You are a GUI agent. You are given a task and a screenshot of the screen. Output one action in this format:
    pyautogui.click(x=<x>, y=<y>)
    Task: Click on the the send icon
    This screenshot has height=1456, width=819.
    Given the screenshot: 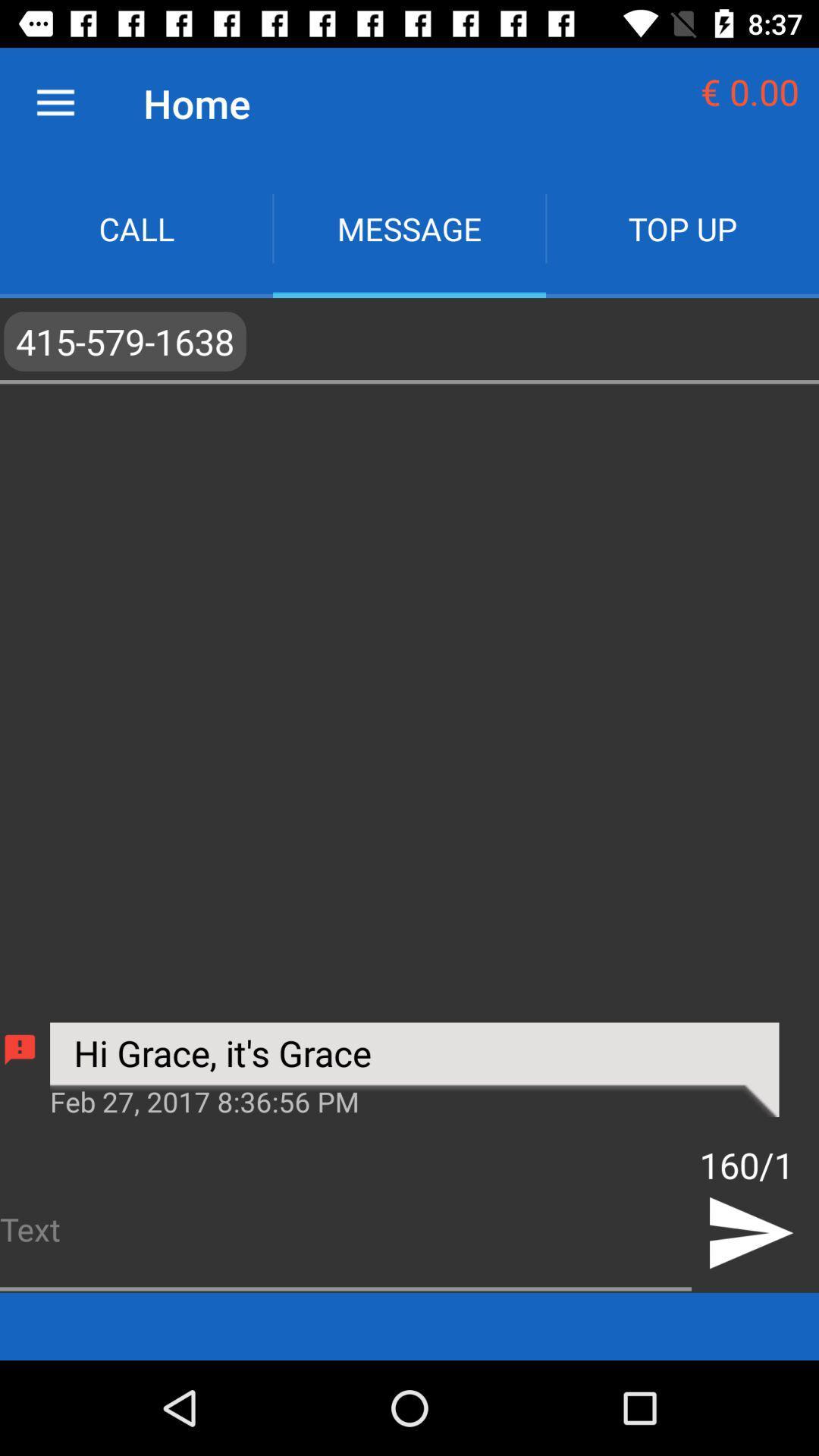 What is the action you would take?
    pyautogui.click(x=748, y=1233)
    